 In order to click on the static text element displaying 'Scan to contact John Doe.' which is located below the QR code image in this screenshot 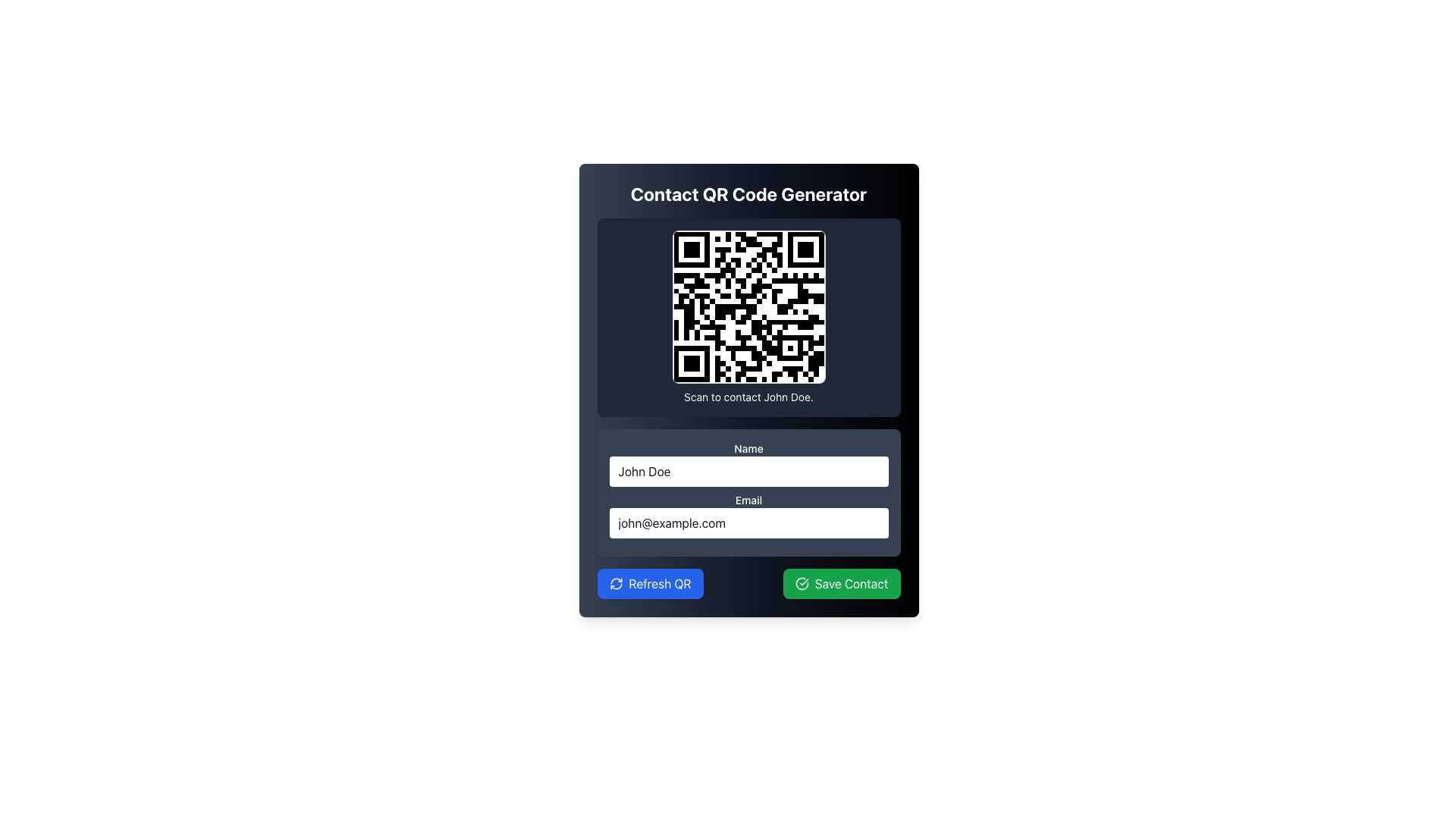, I will do `click(748, 397)`.